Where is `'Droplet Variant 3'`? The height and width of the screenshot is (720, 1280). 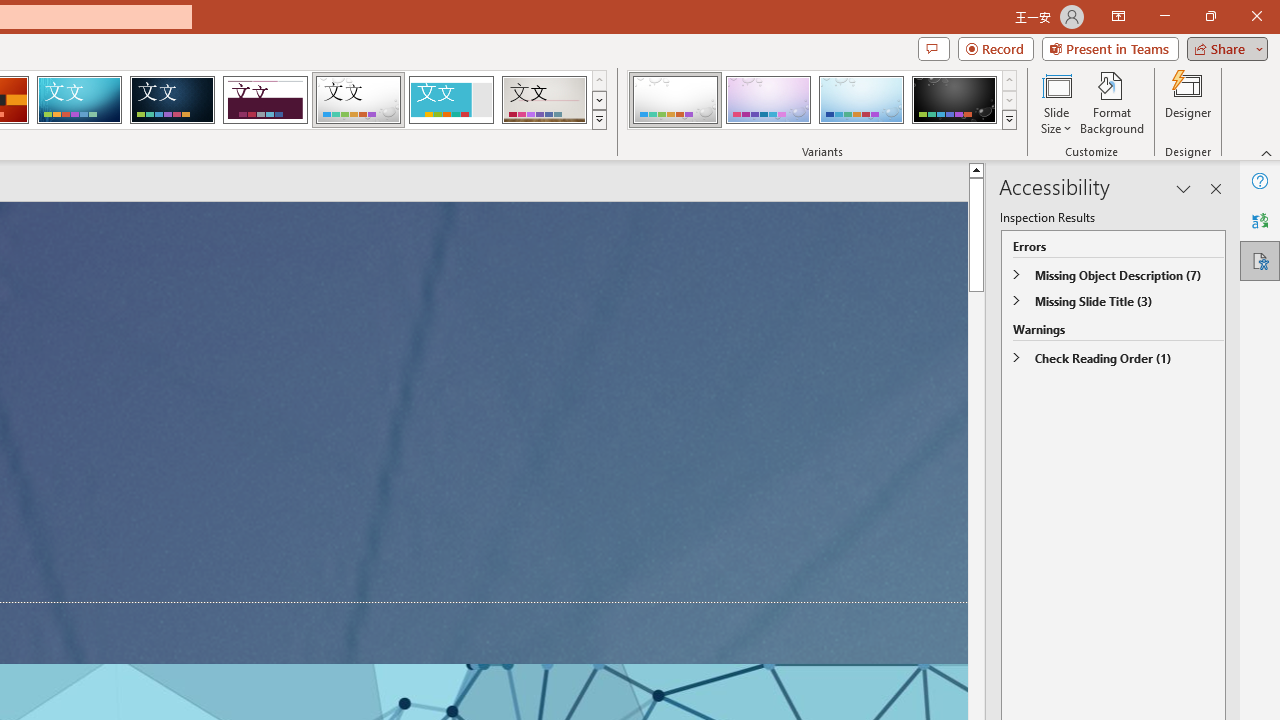
'Droplet Variant 3' is located at coordinates (861, 100).